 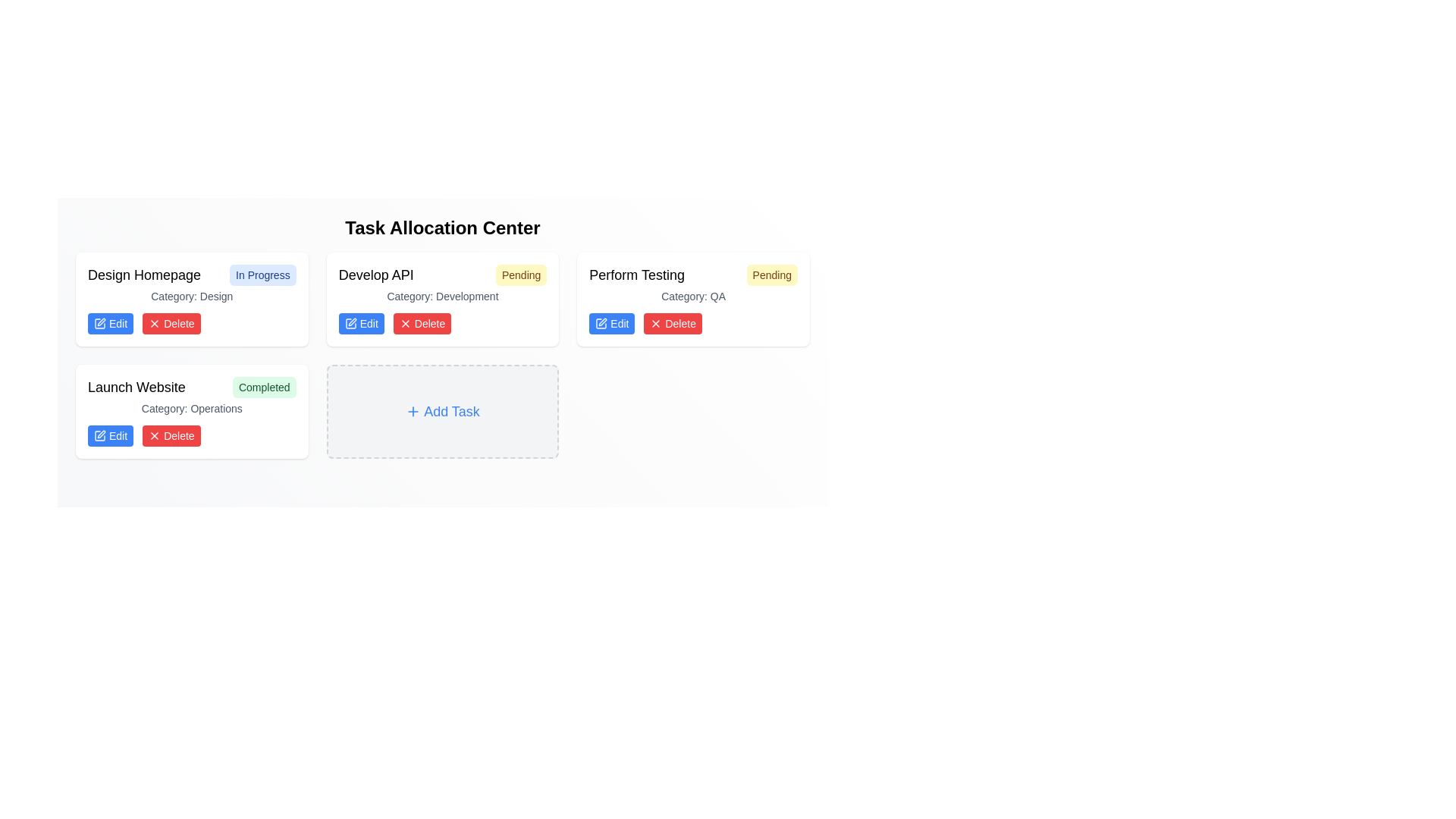 I want to click on the text label that describes the category of the task, positioned below the header 'Launch Website Completed' and above the 'Edit' and 'Delete' buttons within the 'Launch Website' task box, so click(x=191, y=408).